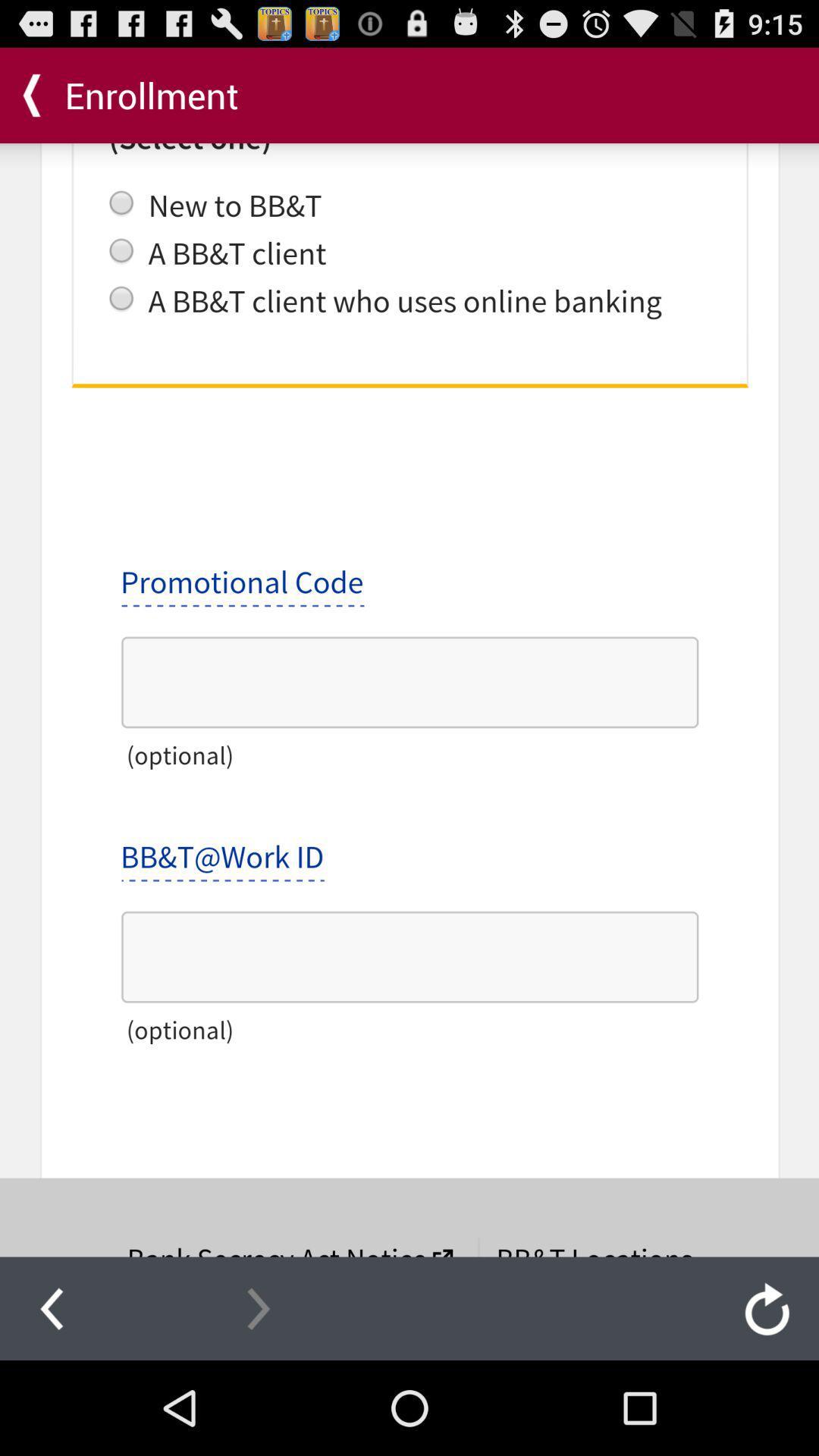  Describe the element at coordinates (258, 1307) in the screenshot. I see `next` at that location.